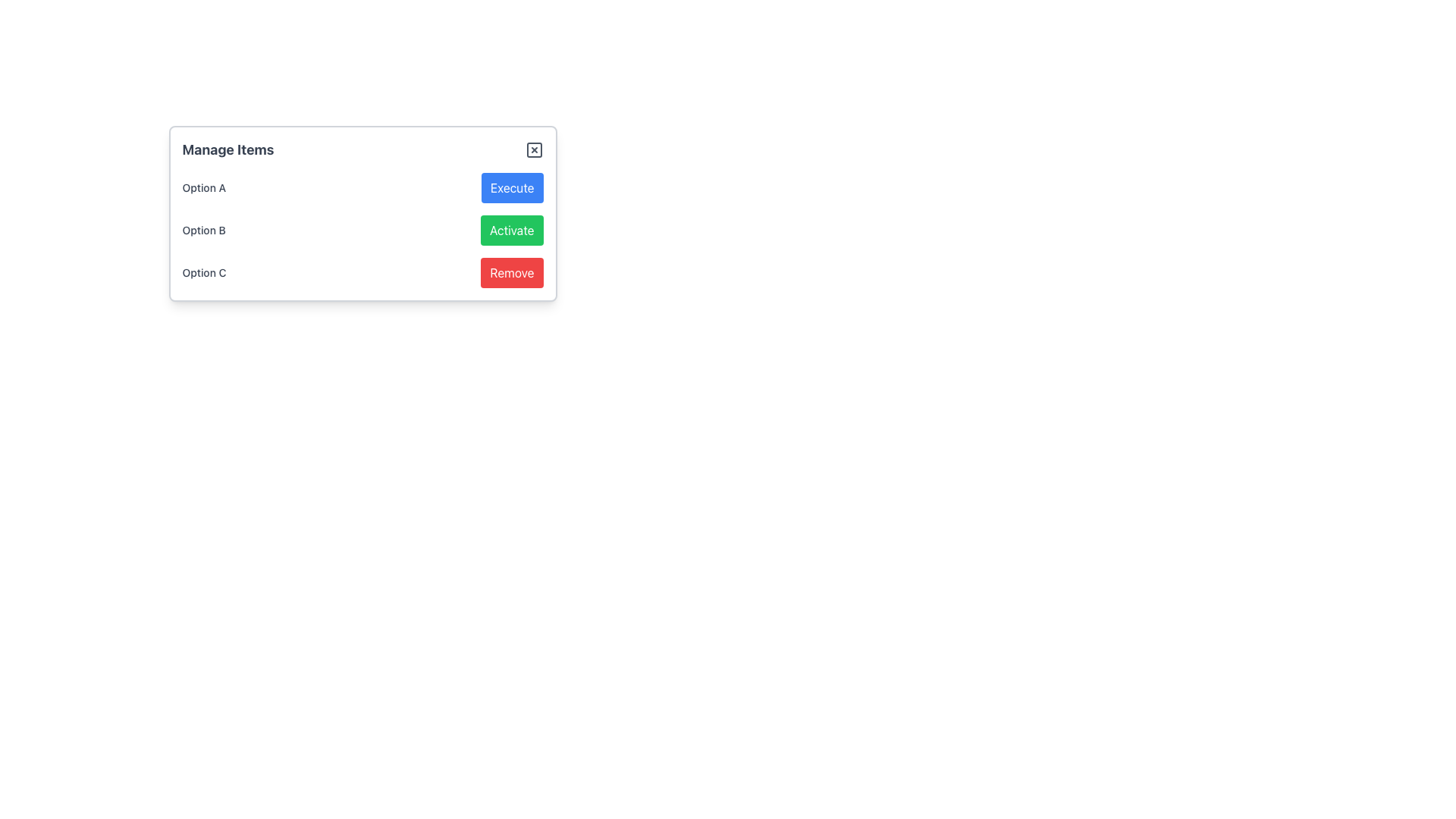 The width and height of the screenshot is (1456, 819). I want to click on the button, so click(512, 231).